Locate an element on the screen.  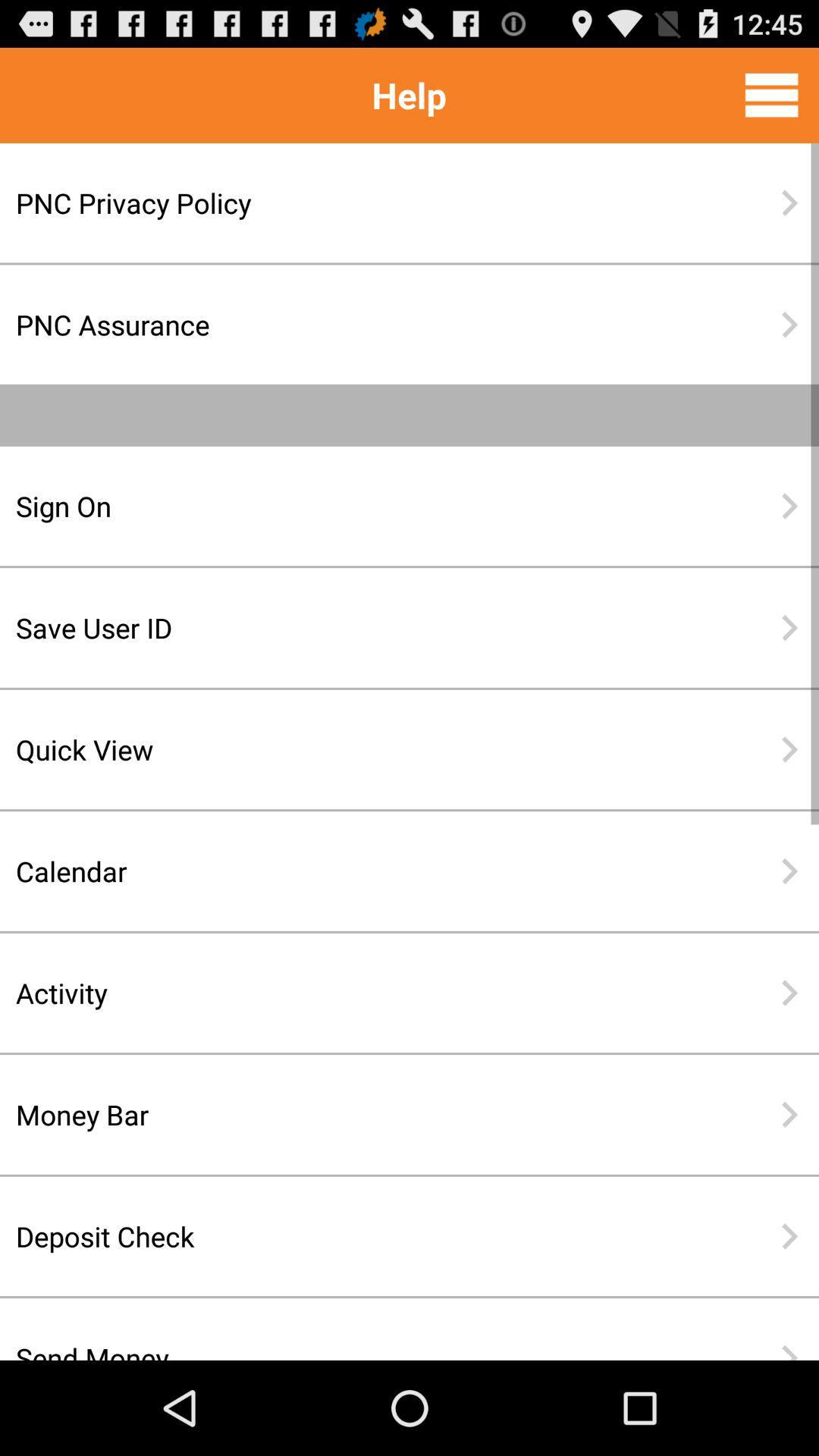
the item below the save user id is located at coordinates (360, 749).